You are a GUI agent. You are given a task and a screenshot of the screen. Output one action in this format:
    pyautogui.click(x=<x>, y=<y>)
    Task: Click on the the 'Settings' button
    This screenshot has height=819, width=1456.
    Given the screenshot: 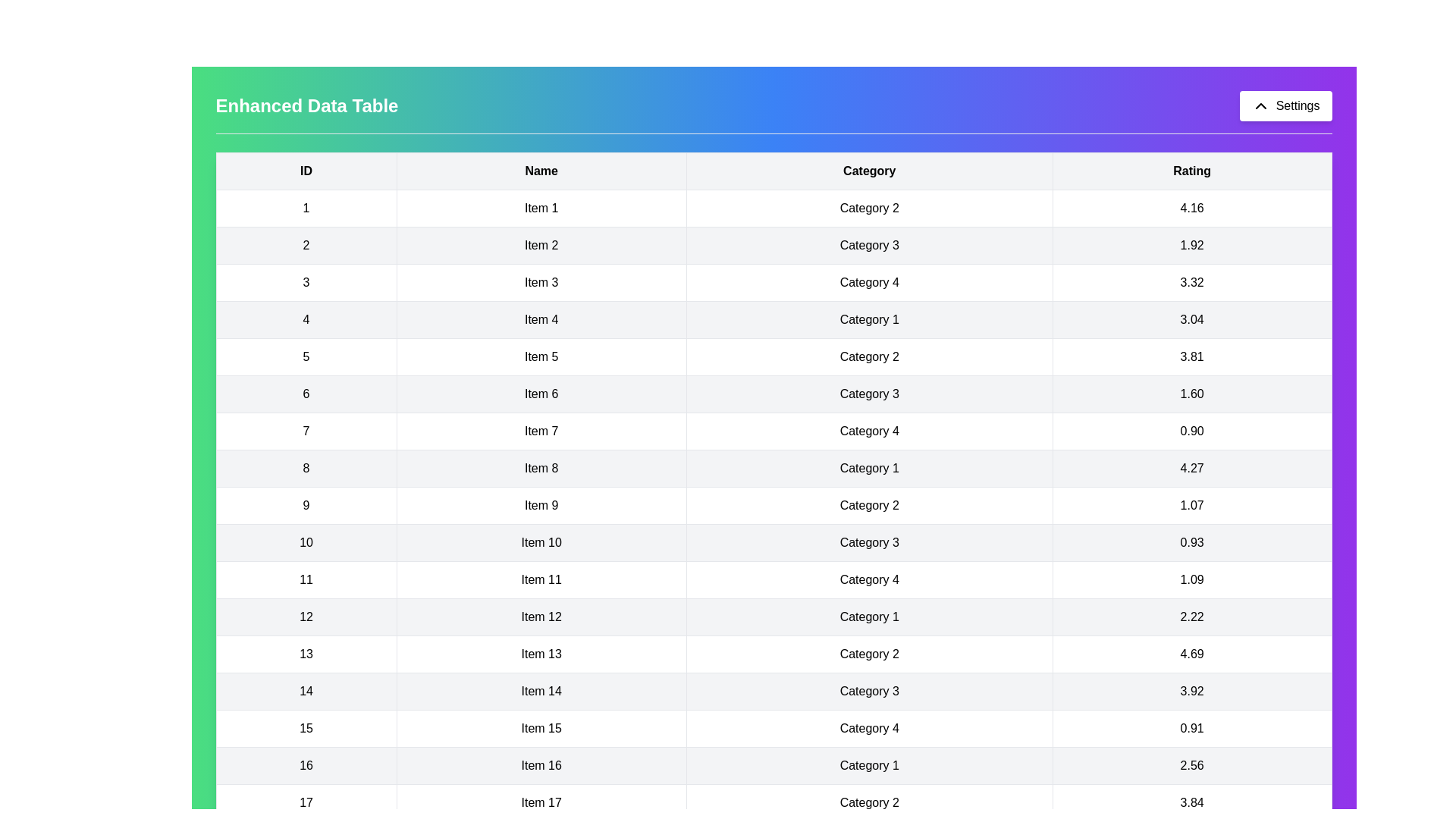 What is the action you would take?
    pyautogui.click(x=1285, y=105)
    